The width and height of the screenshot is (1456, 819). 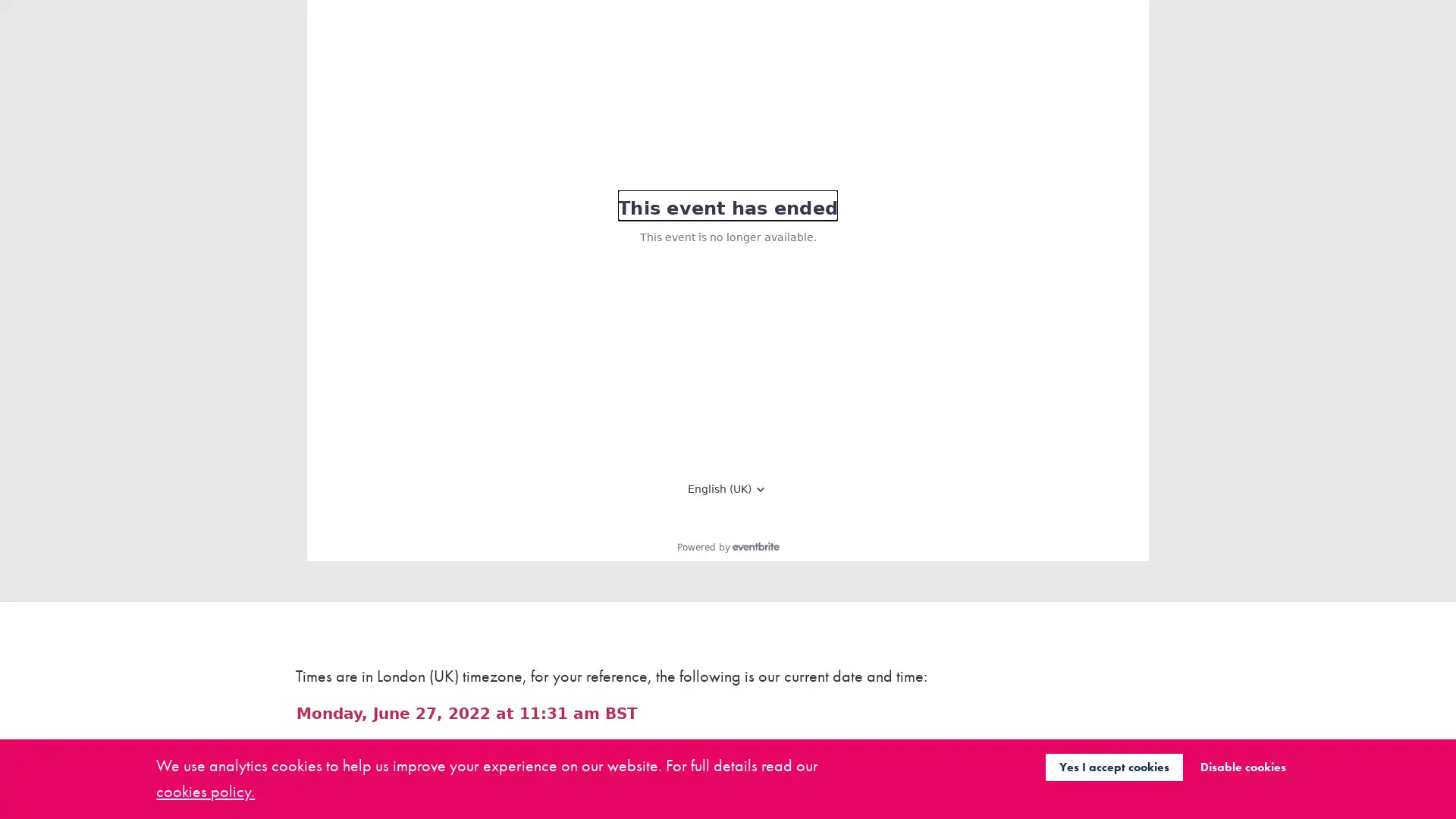 I want to click on Disable cookies, so click(x=1242, y=766).